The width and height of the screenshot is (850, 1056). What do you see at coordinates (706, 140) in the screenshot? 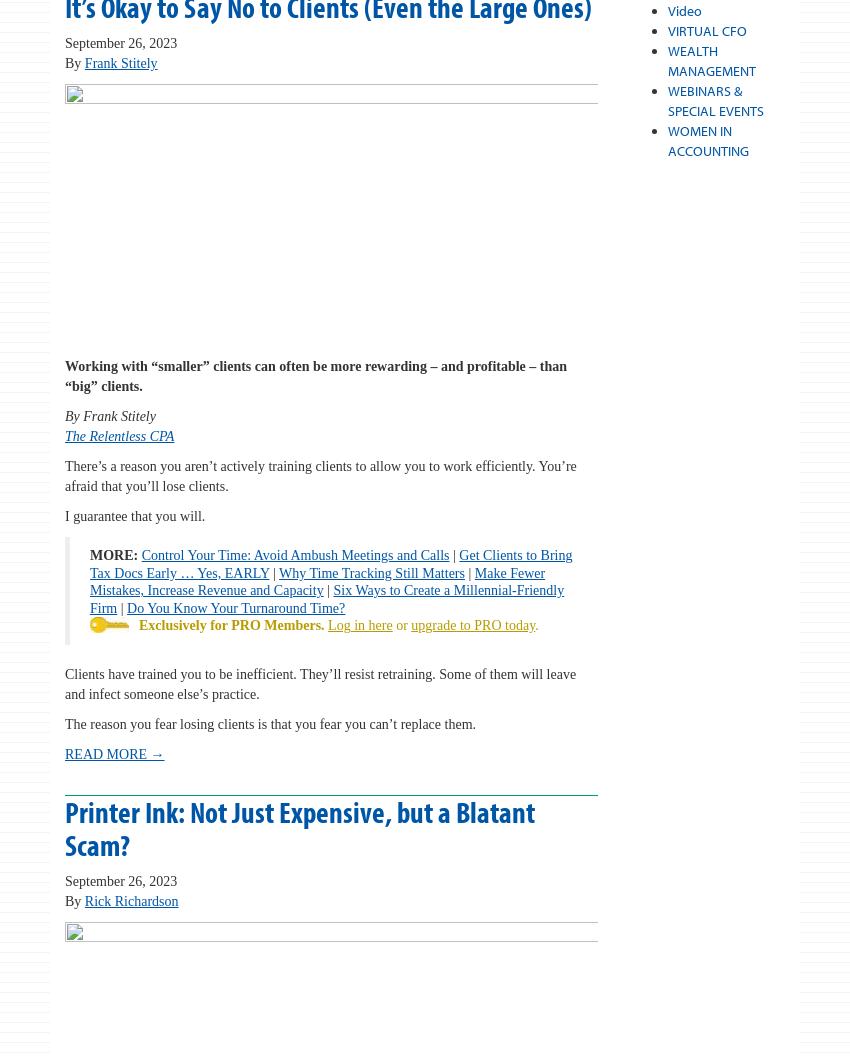
I see `'WOMEN IN ACCOUNTING'` at bounding box center [706, 140].